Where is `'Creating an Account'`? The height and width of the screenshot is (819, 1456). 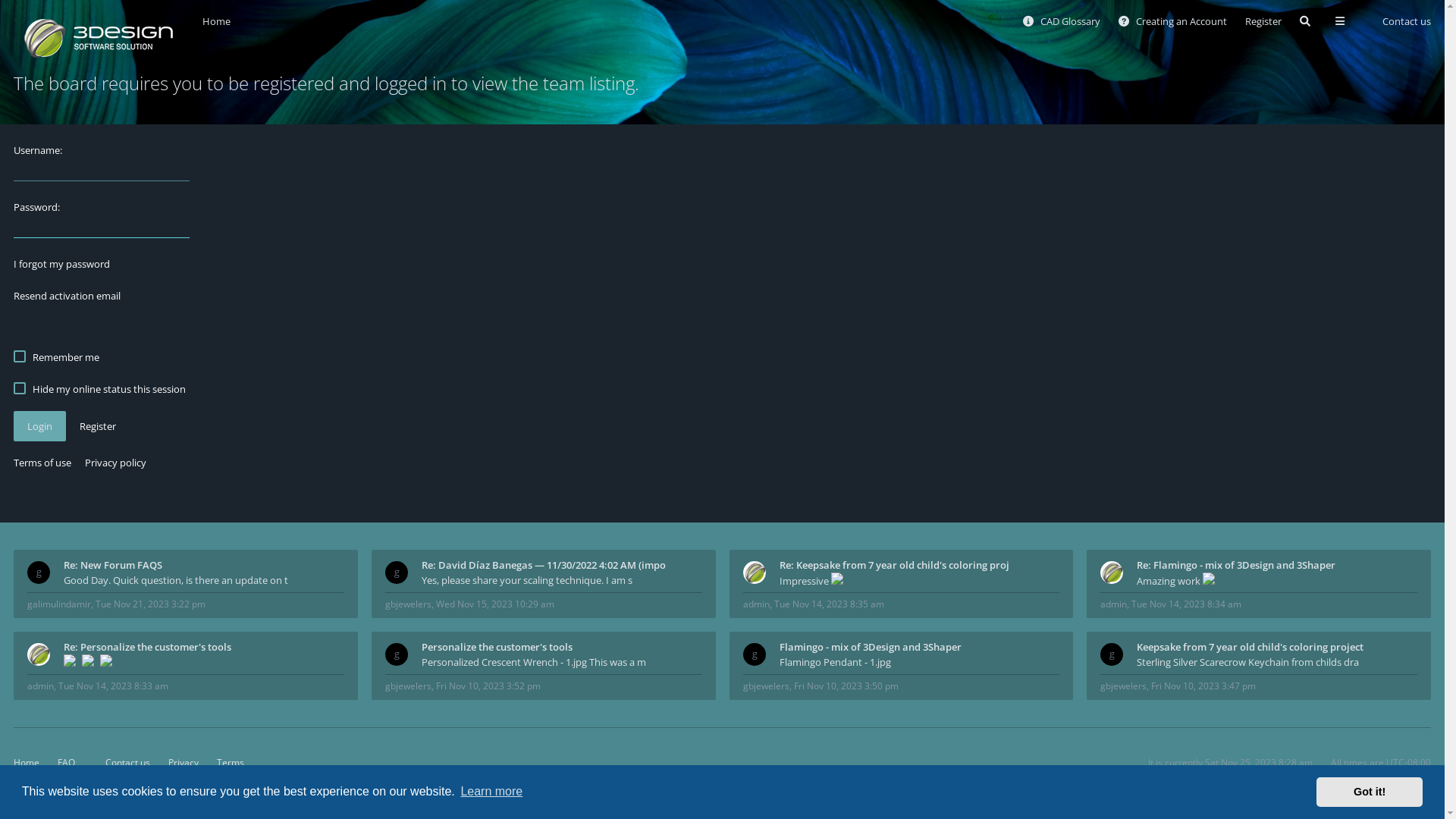
'Creating an Account' is located at coordinates (1172, 20).